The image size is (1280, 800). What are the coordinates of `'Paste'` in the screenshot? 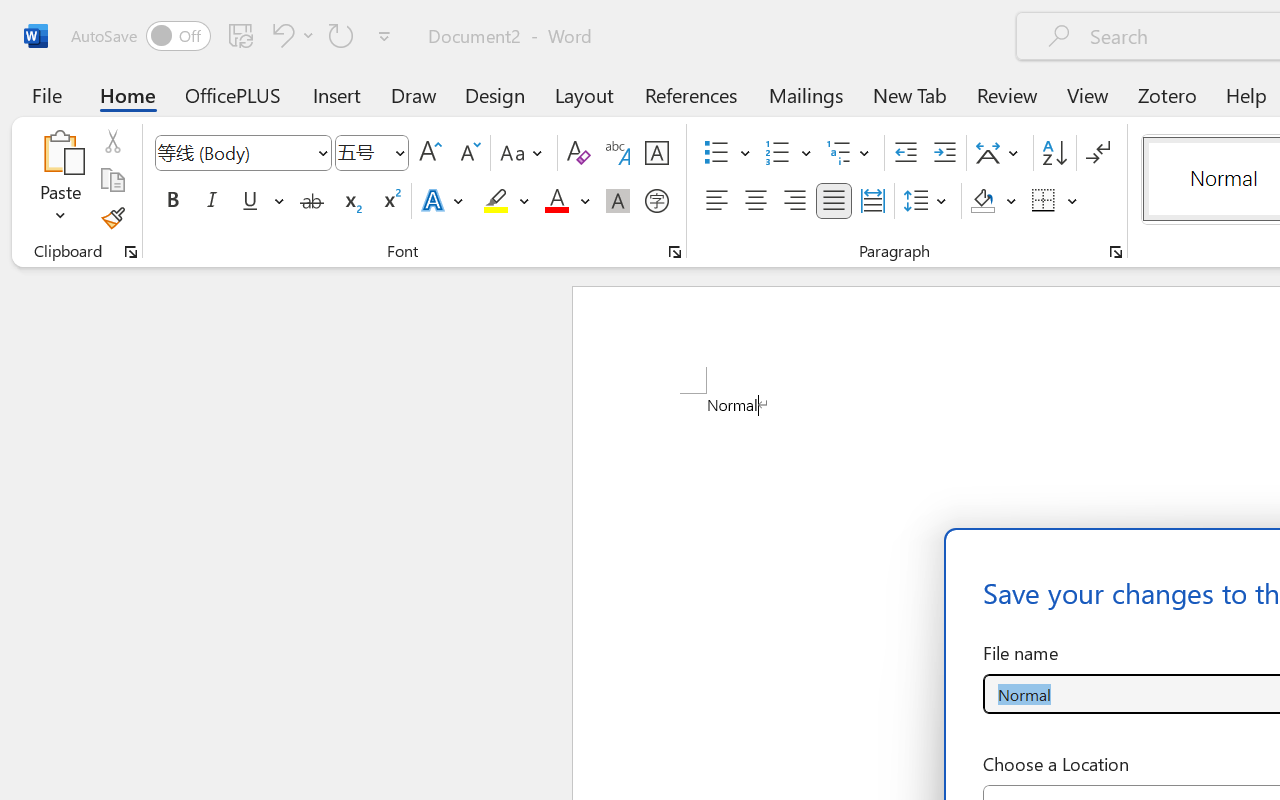 It's located at (60, 151).